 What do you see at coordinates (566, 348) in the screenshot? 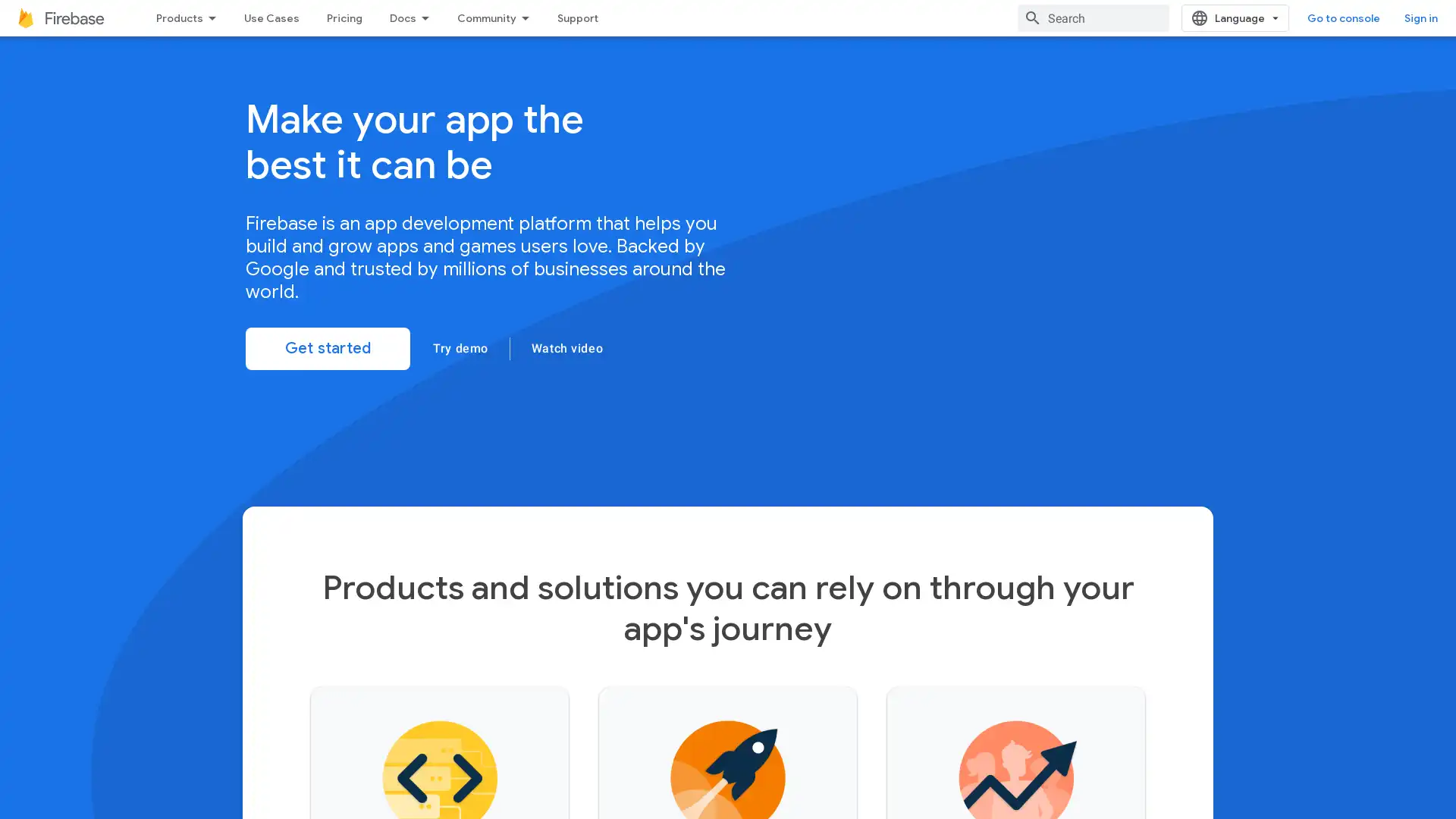
I see `Watch video` at bounding box center [566, 348].